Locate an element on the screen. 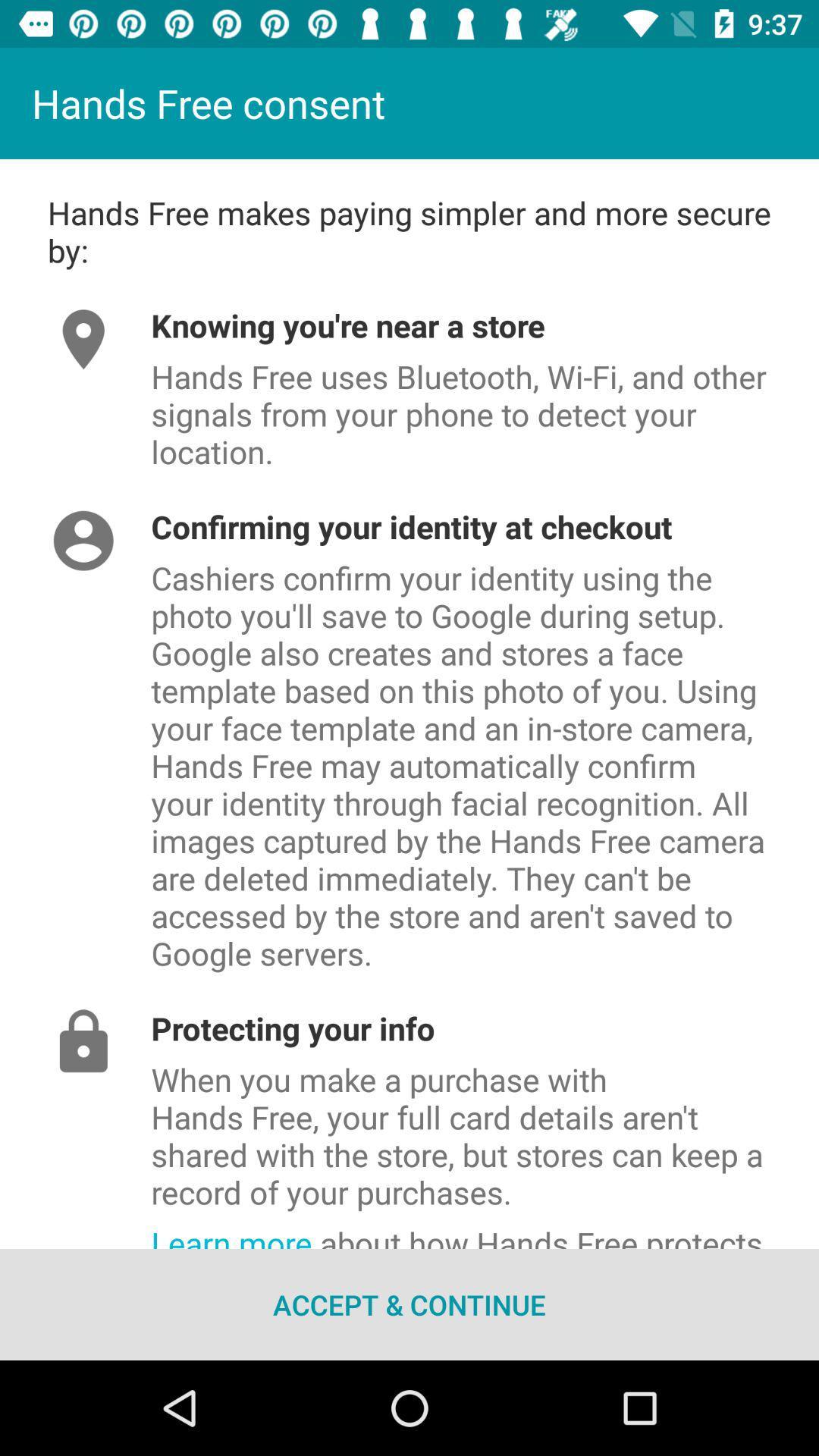 This screenshot has width=819, height=1456. learn more about icon is located at coordinates (485, 1231).